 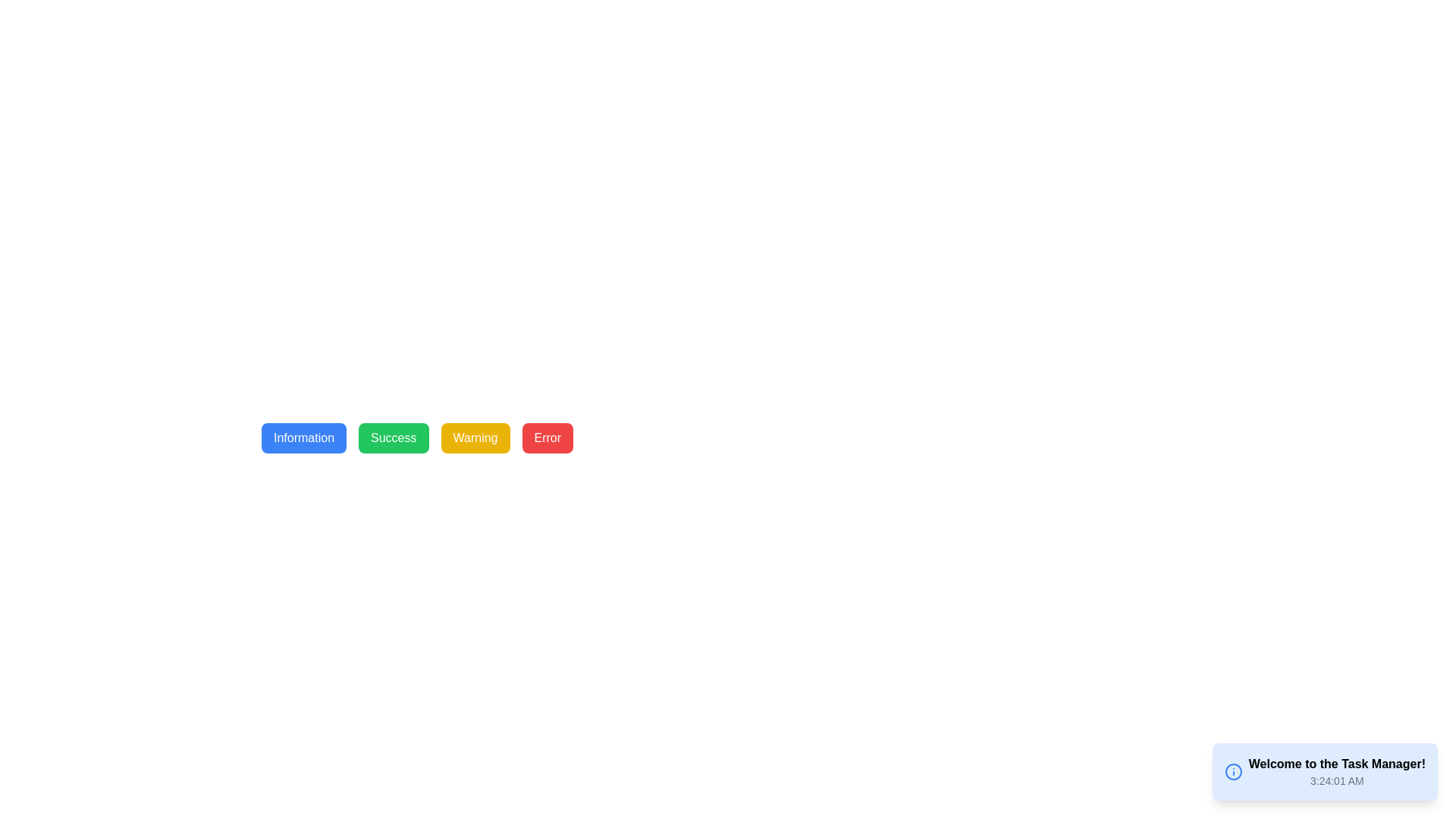 What do you see at coordinates (547, 438) in the screenshot?
I see `the red button labeled 'Error'` at bounding box center [547, 438].